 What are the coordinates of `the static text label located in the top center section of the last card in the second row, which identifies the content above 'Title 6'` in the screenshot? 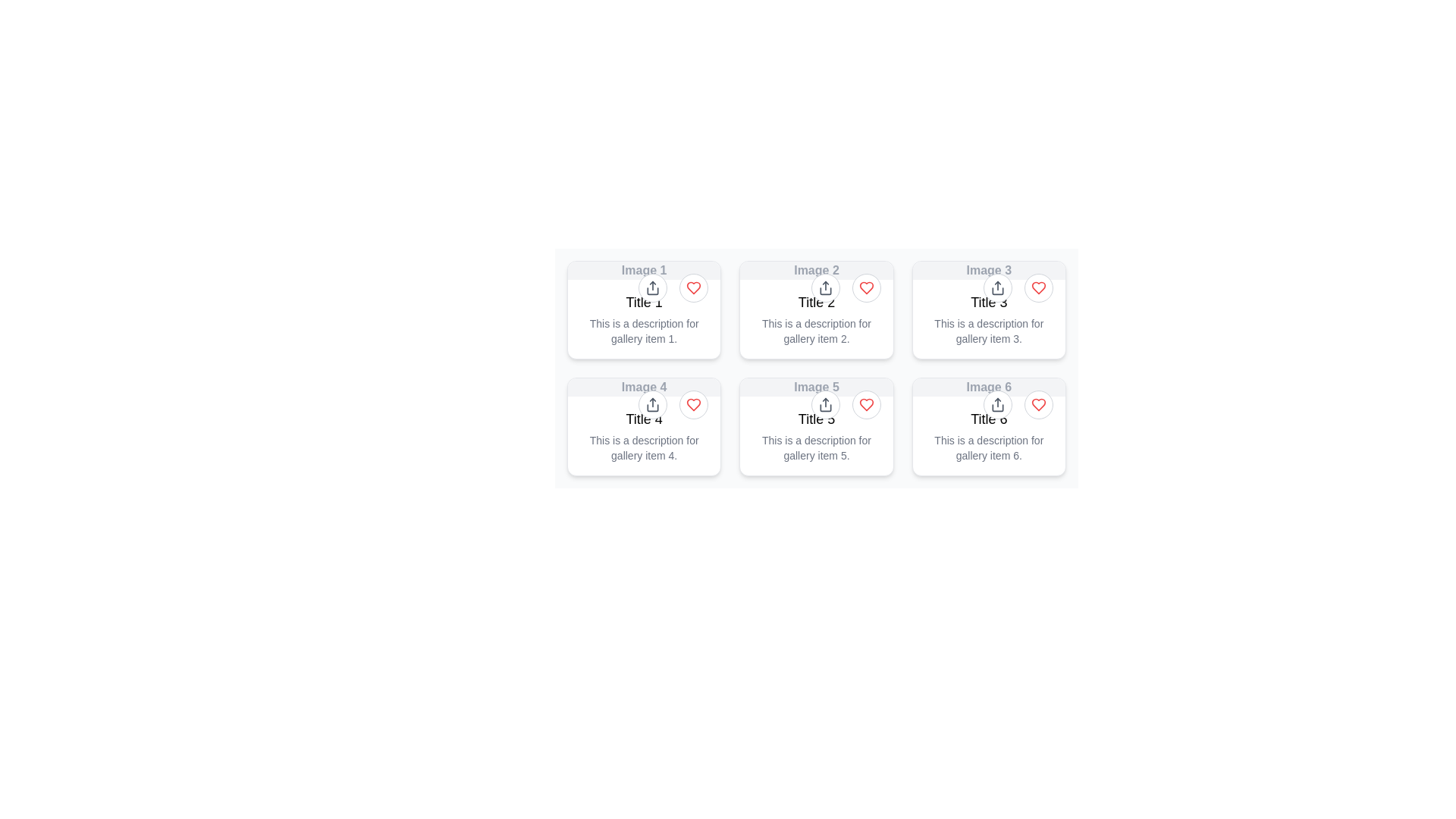 It's located at (989, 386).